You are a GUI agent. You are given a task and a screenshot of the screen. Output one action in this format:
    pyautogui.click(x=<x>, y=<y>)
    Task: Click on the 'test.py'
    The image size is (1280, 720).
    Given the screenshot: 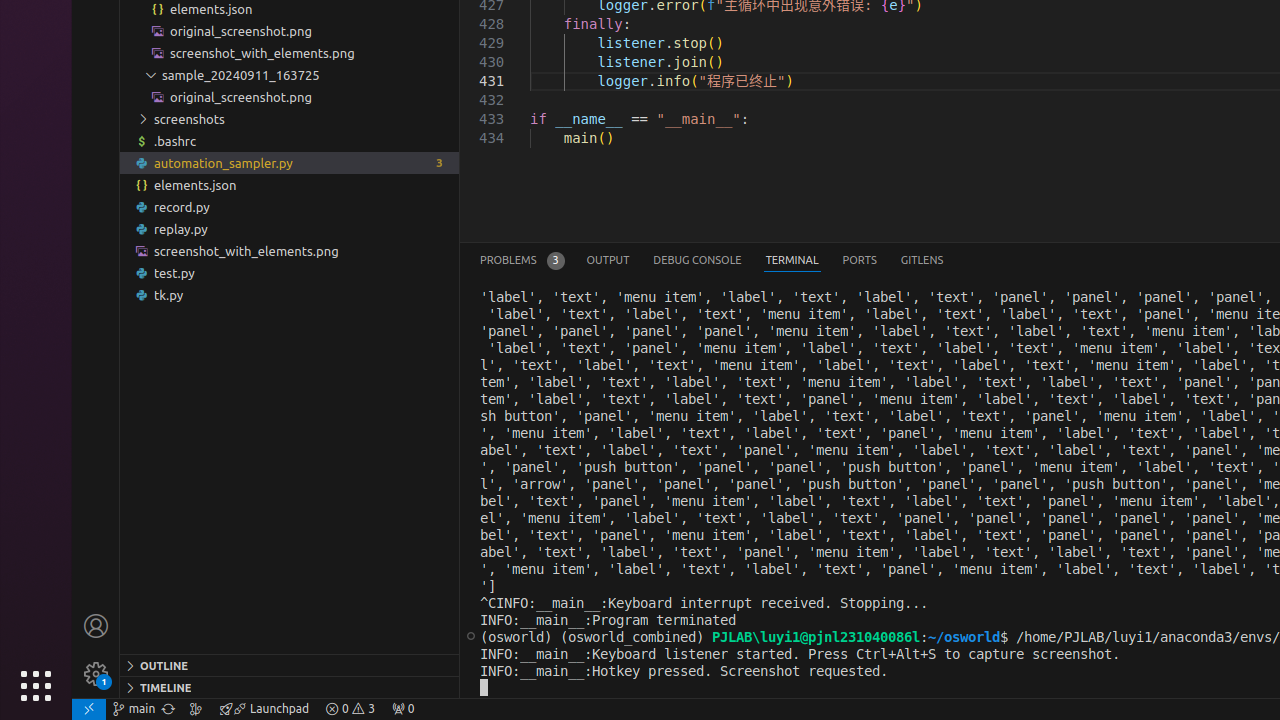 What is the action you would take?
    pyautogui.click(x=288, y=273)
    